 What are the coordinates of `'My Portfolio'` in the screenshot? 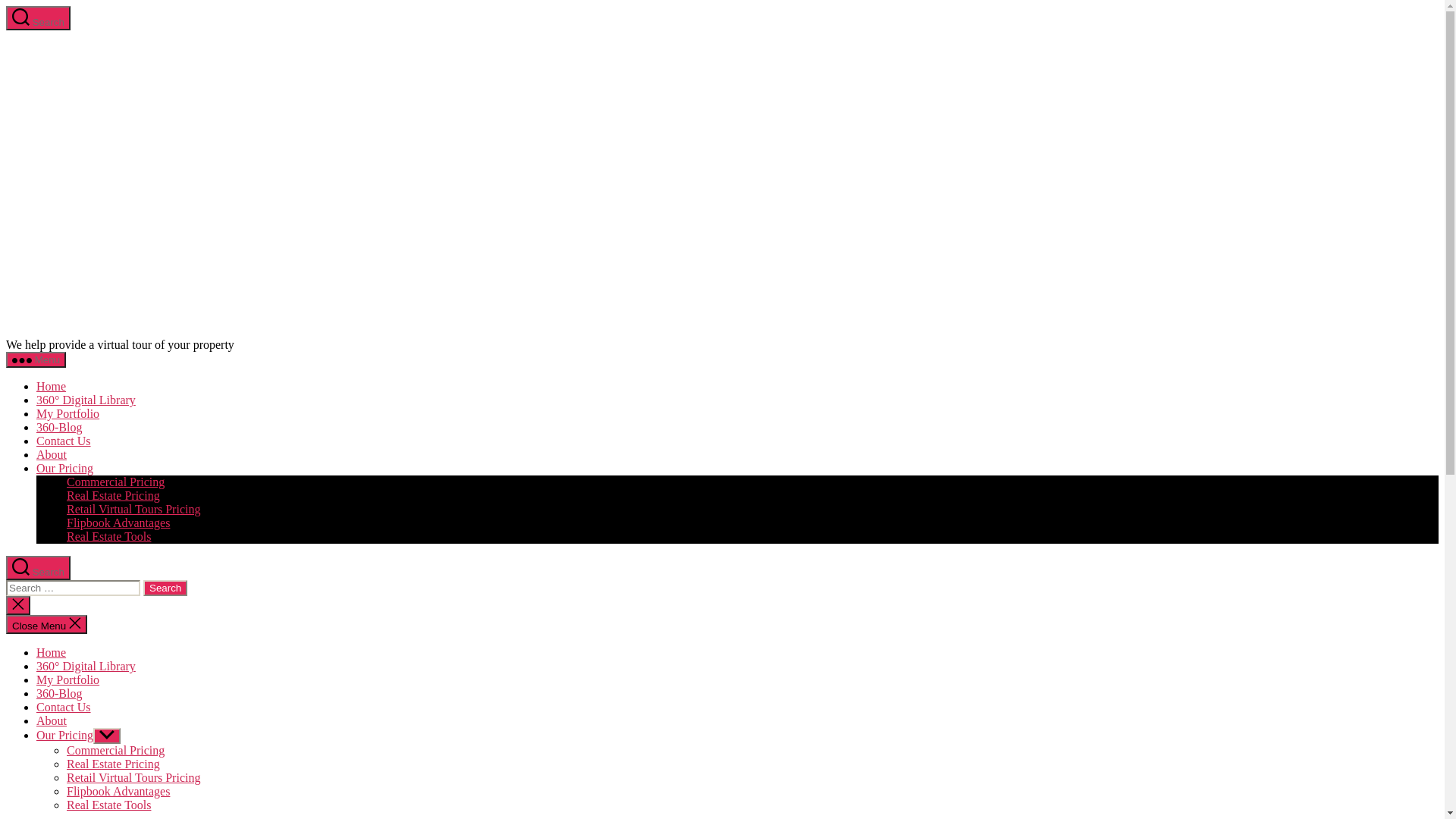 It's located at (67, 413).